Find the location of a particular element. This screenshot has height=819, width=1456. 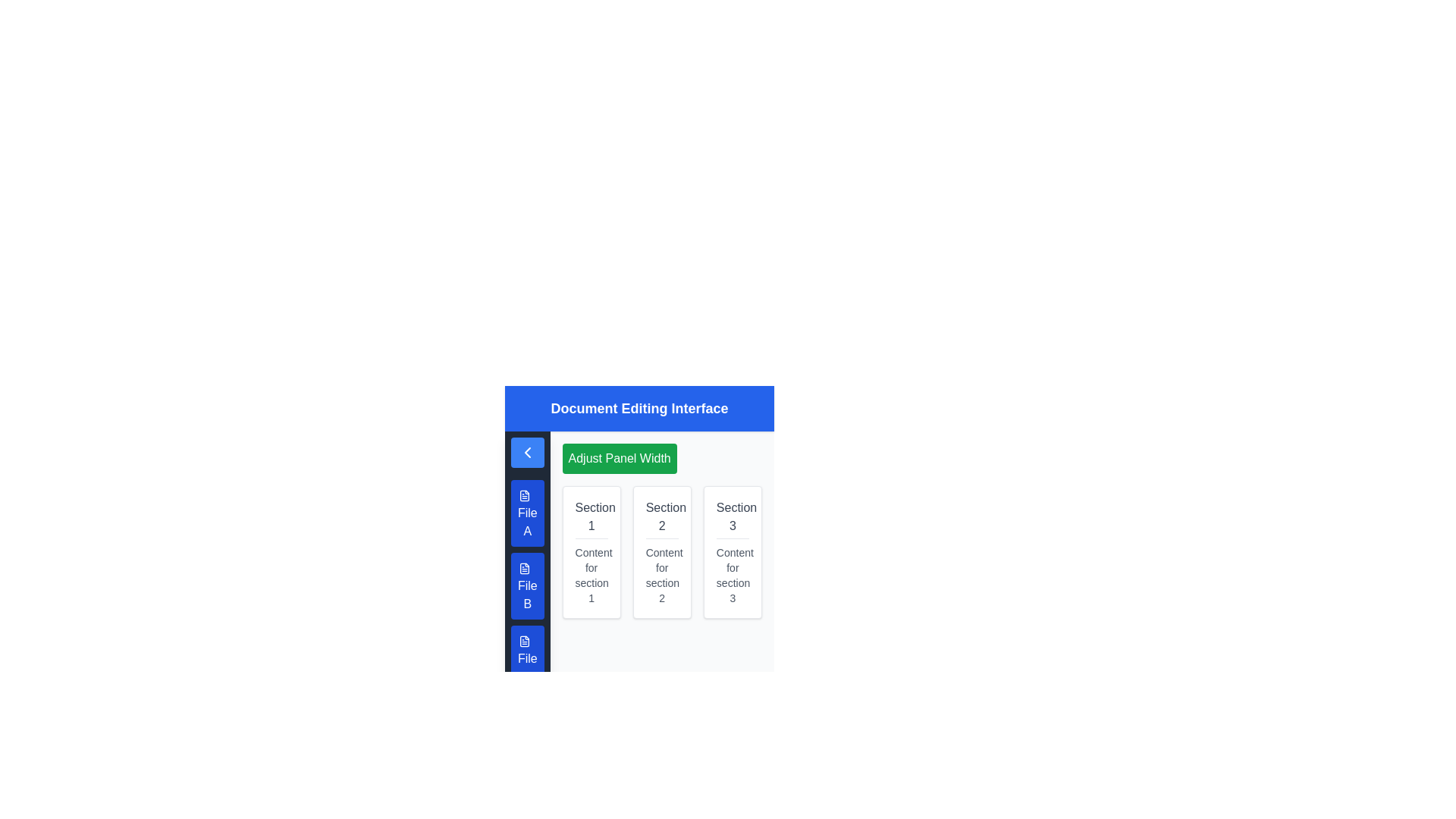

the back button with an SVG icon located in the vertical sidebar is located at coordinates (527, 452).